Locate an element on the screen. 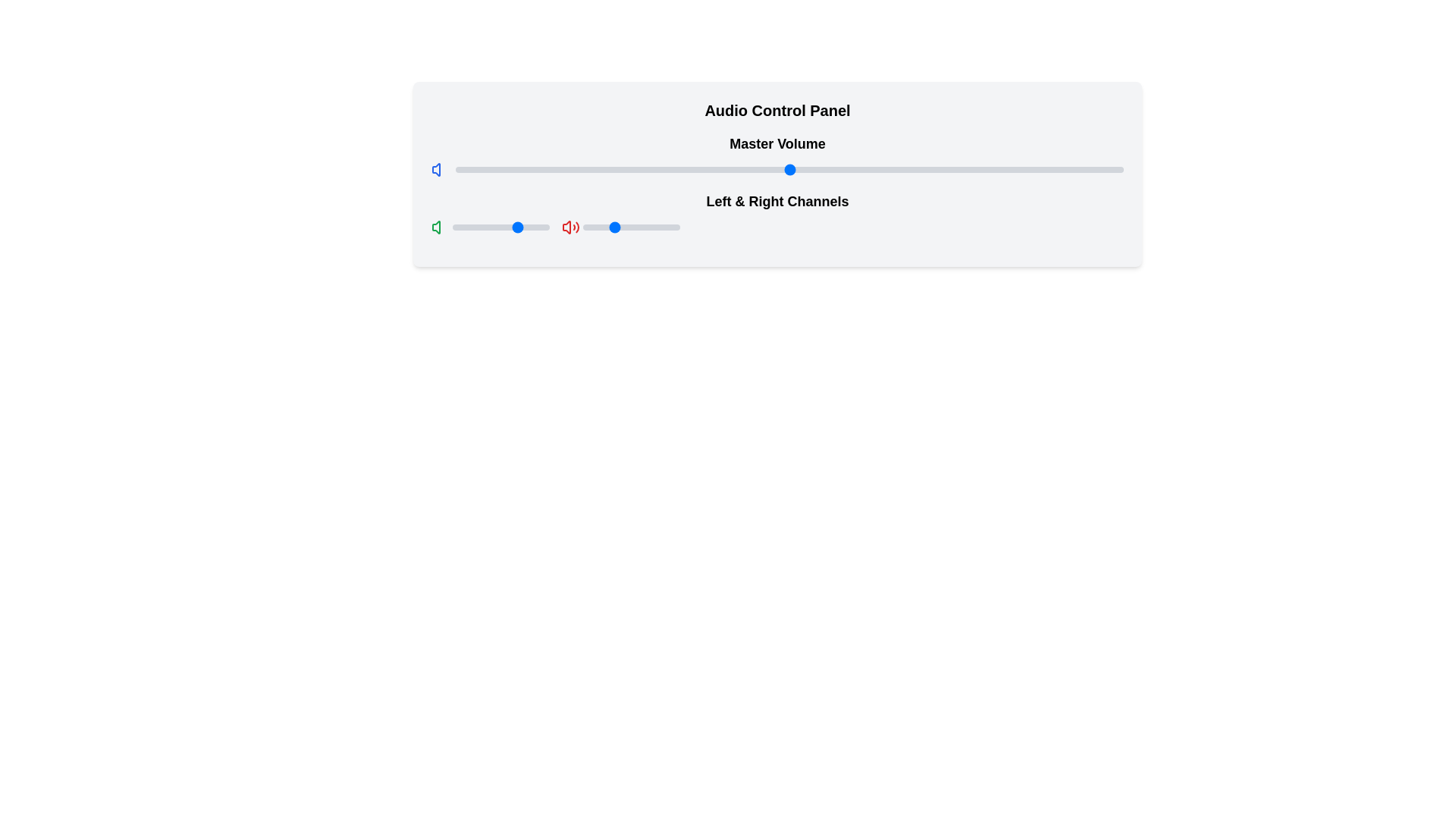  the track of the range slider located between the green volume icon and the red soundwave icon to change the position of the slider is located at coordinates (501, 227).